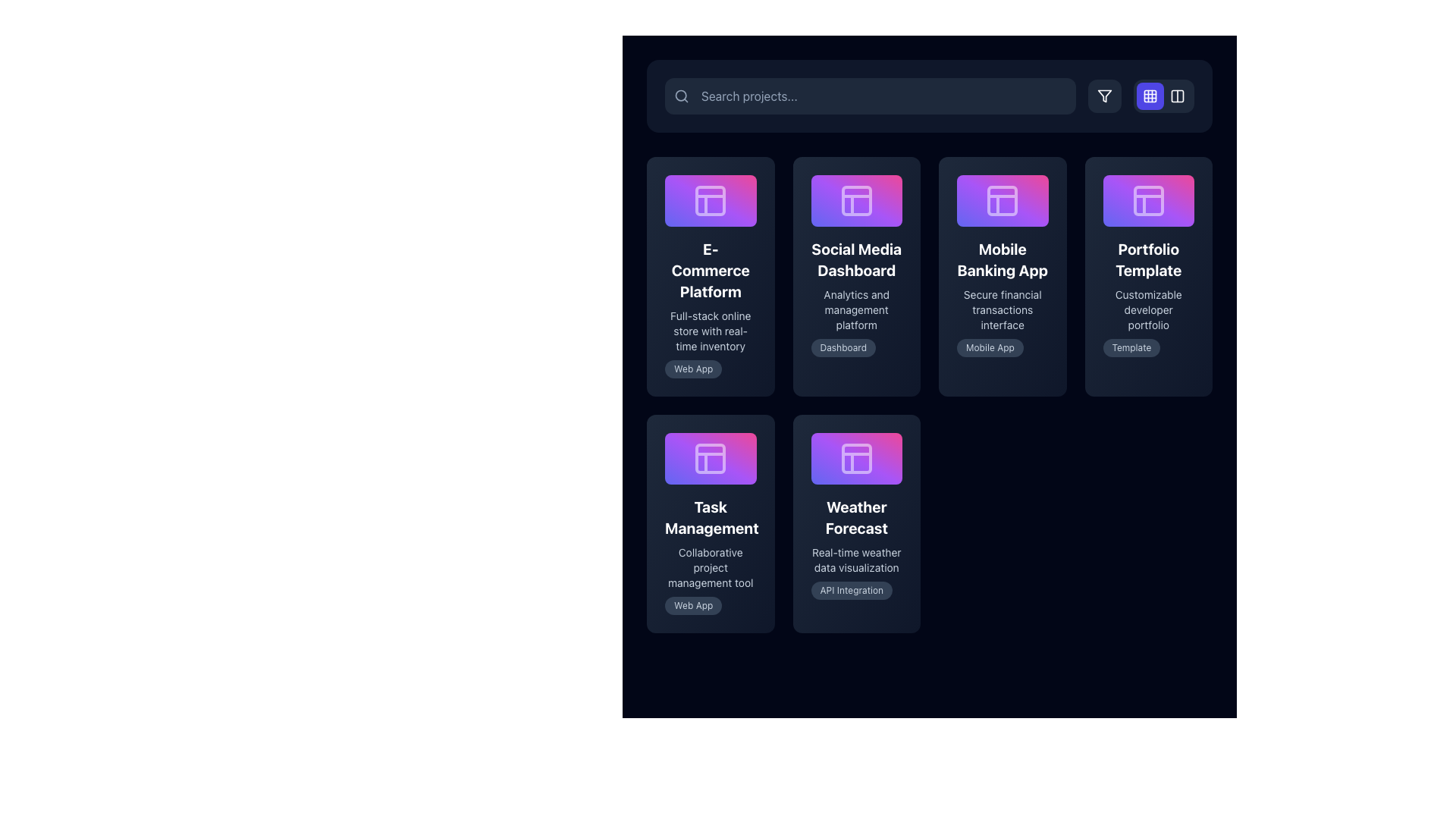  Describe the element at coordinates (1148, 199) in the screenshot. I see `the rectangular card with rounded corners featuring a gradient background of purple, pink, and indigo, containing a semi-transparent white outlined layout icon, located in the top right quadrant above the text 'Portfolio Template'` at that location.